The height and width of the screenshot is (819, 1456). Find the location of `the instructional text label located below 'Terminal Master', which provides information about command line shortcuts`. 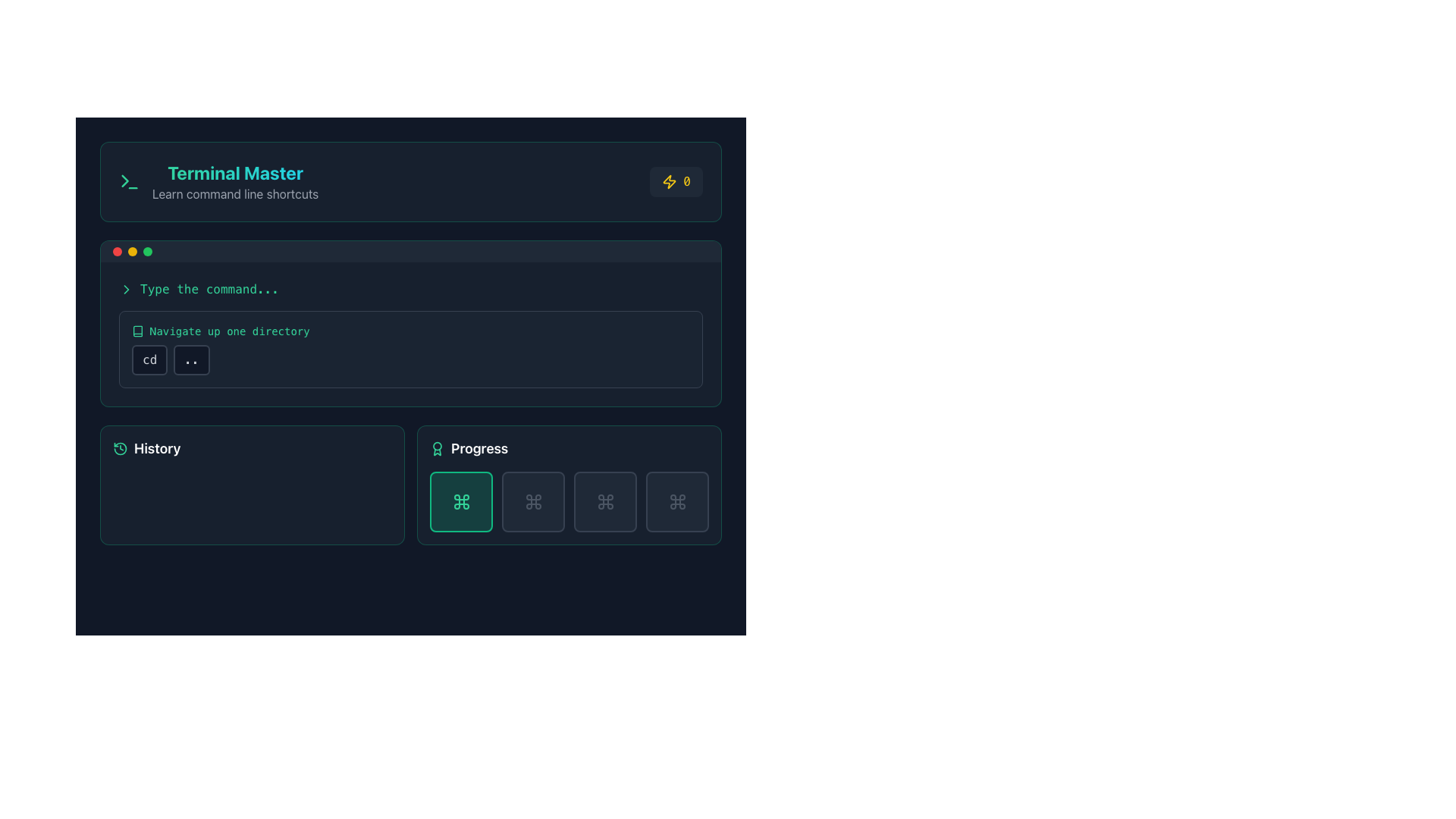

the instructional text label located below 'Terminal Master', which provides information about command line shortcuts is located at coordinates (234, 193).